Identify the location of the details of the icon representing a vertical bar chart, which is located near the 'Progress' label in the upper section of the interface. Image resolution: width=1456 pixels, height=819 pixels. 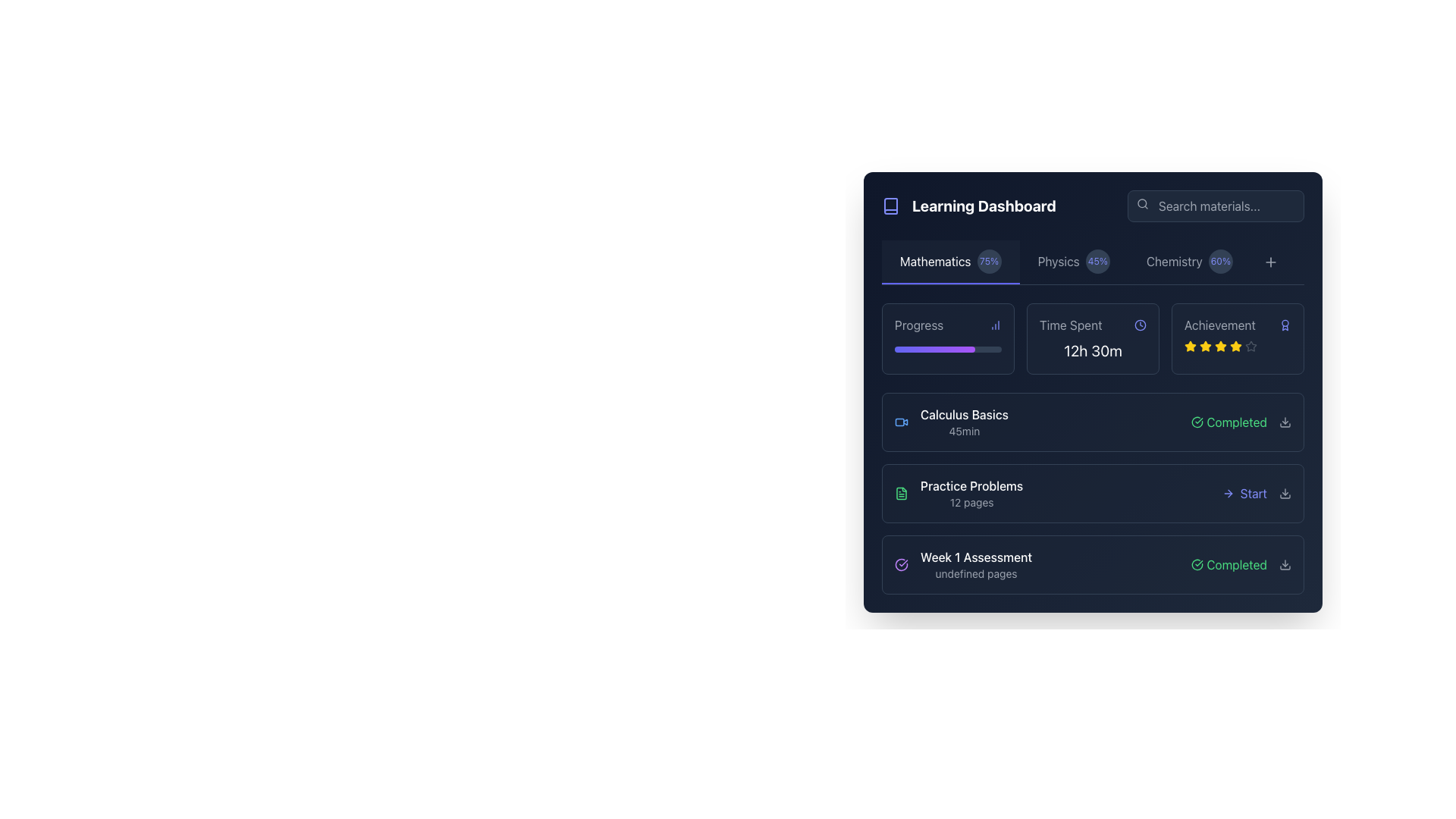
(996, 324).